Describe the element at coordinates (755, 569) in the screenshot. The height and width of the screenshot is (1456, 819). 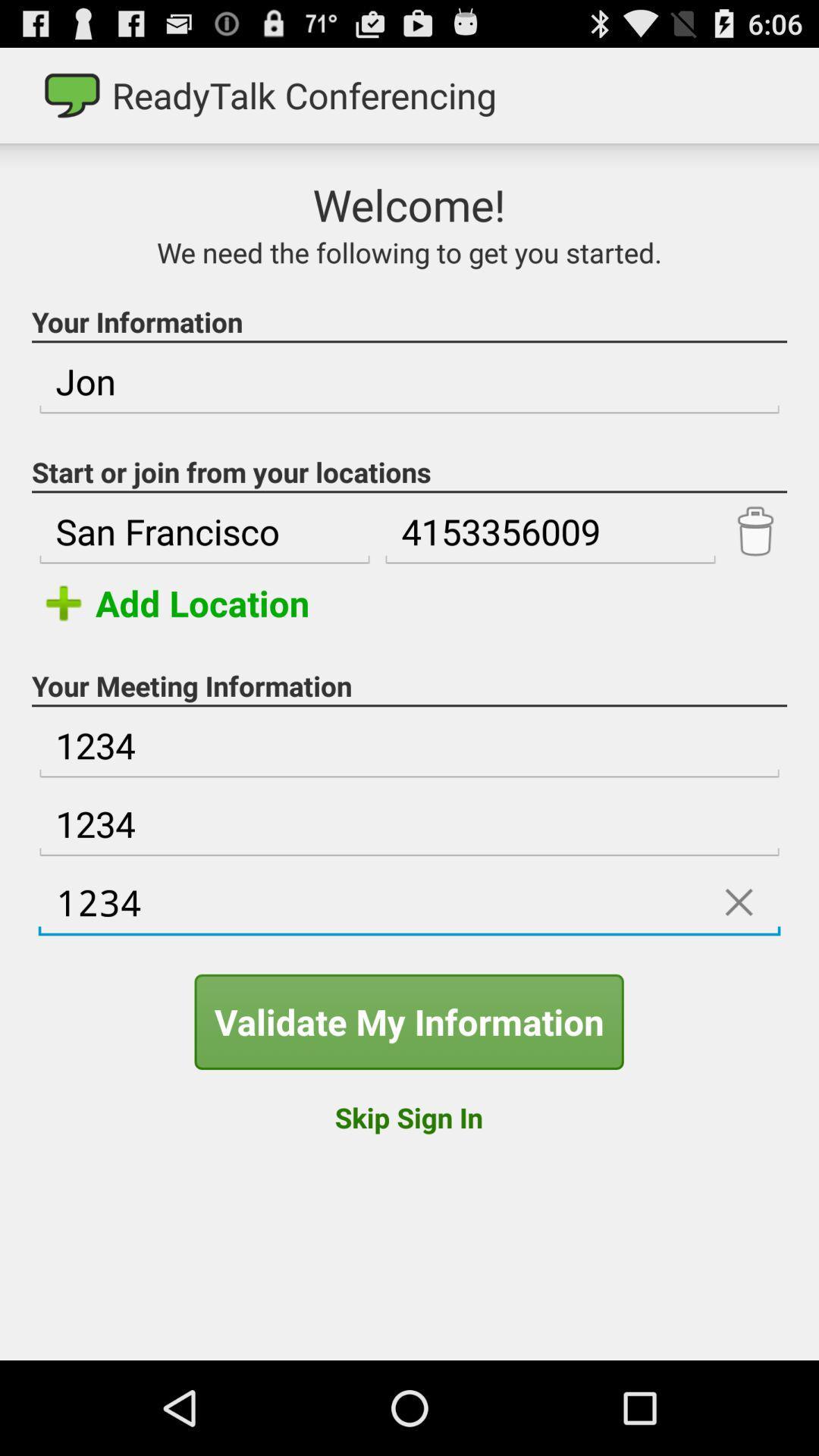
I see `the delete icon` at that location.